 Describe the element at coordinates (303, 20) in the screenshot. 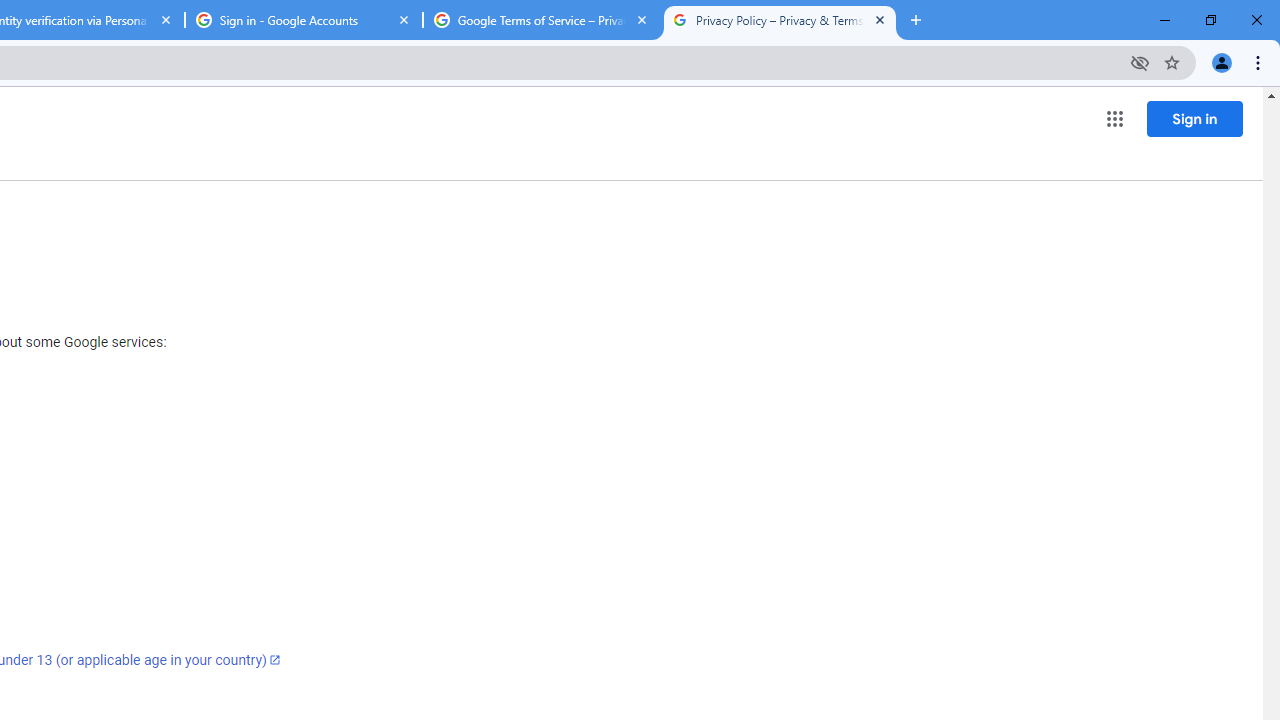

I see `'Sign in - Google Accounts'` at that location.